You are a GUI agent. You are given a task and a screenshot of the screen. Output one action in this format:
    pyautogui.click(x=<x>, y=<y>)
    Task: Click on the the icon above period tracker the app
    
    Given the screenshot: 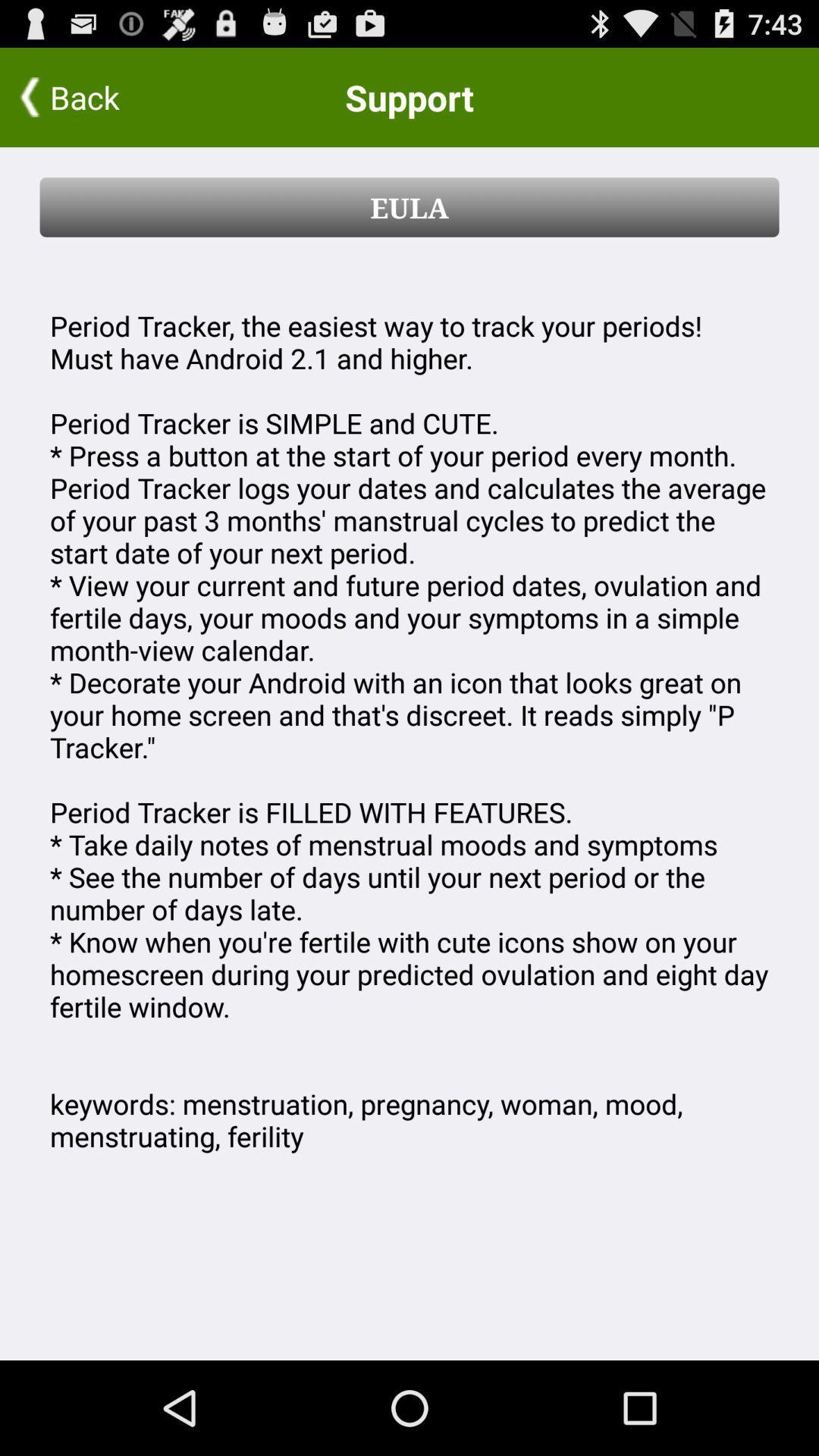 What is the action you would take?
    pyautogui.click(x=409, y=206)
    